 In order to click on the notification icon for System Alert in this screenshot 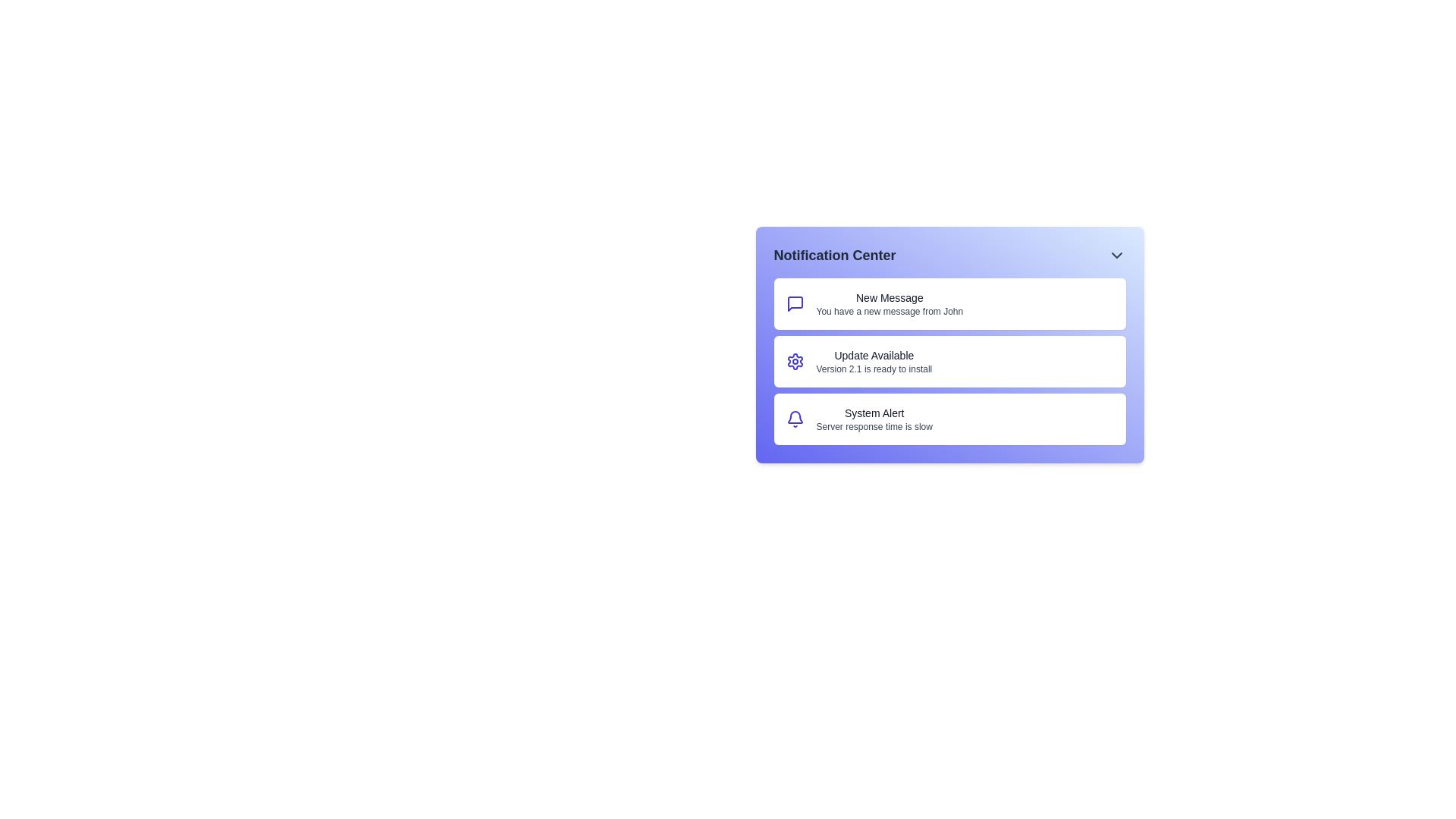, I will do `click(794, 419)`.